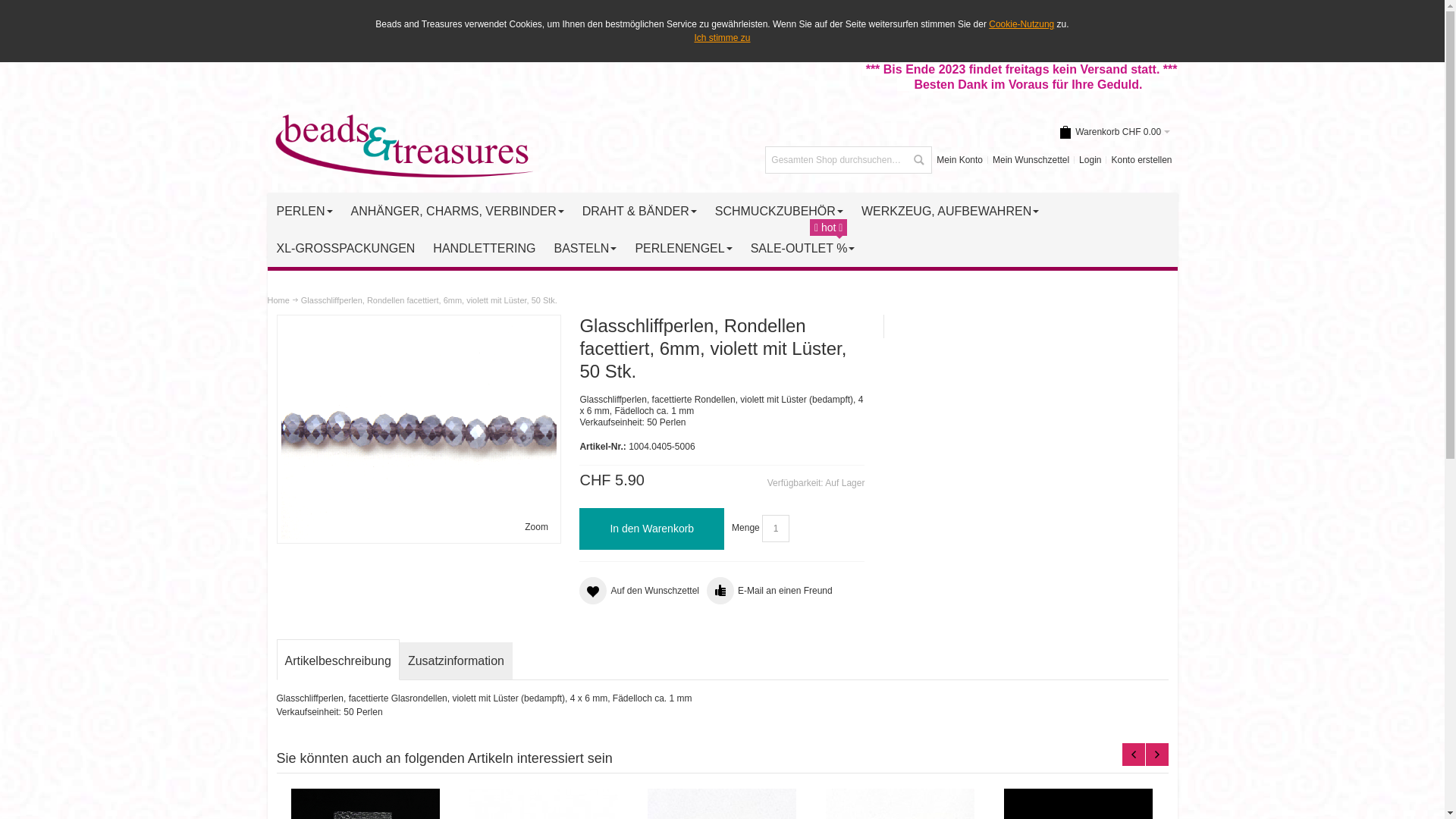 The height and width of the screenshot is (819, 1456). What do you see at coordinates (682, 247) in the screenshot?
I see `'PERLENENGEL '` at bounding box center [682, 247].